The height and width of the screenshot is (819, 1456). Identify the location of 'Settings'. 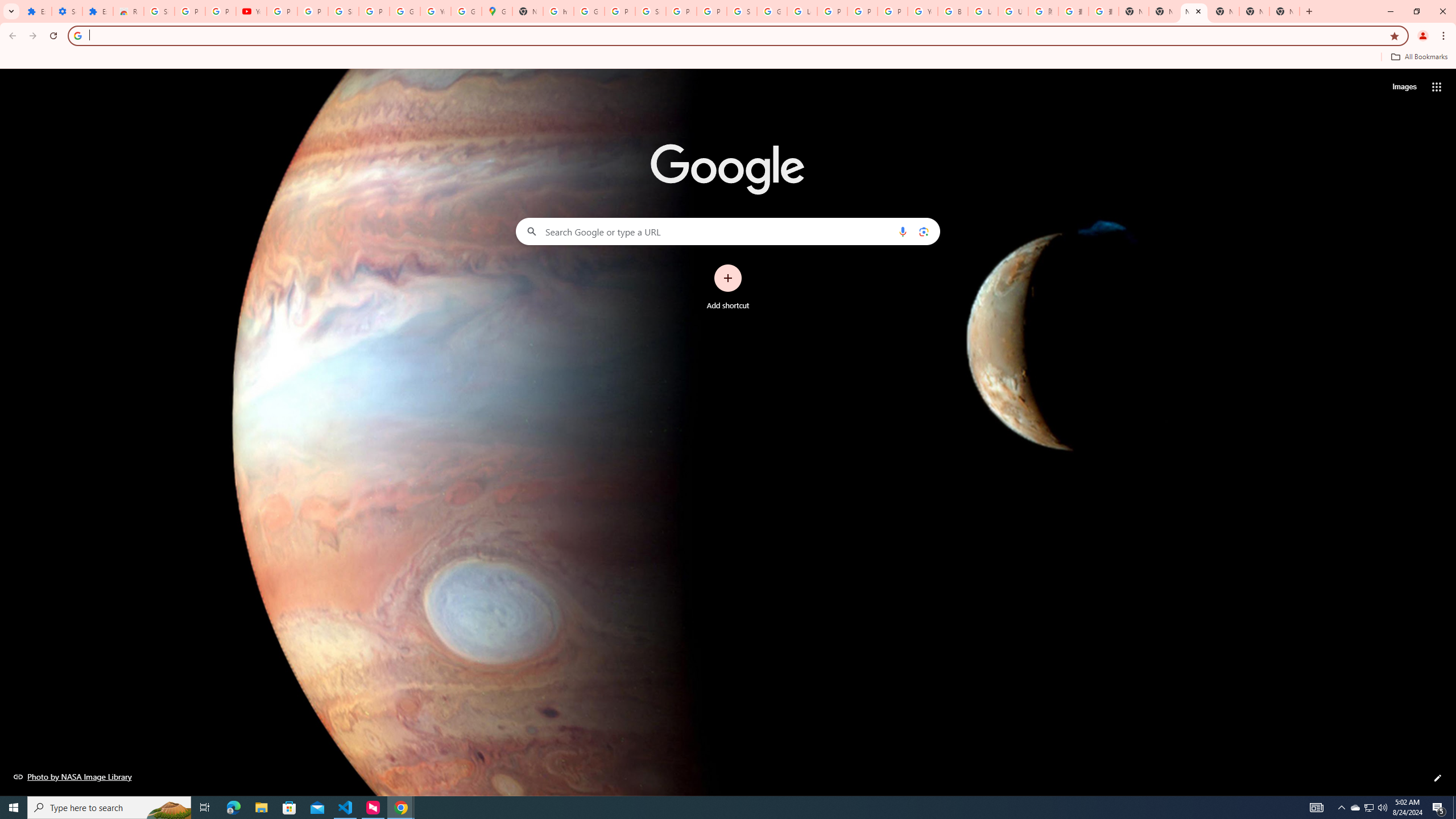
(67, 11).